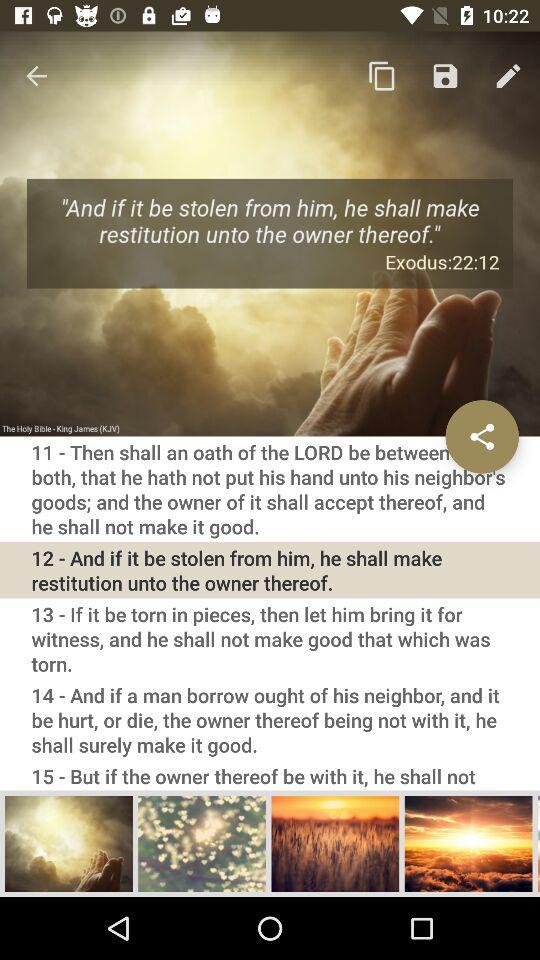 This screenshot has width=540, height=960. Describe the element at coordinates (270, 774) in the screenshot. I see `the 15 but if item` at that location.